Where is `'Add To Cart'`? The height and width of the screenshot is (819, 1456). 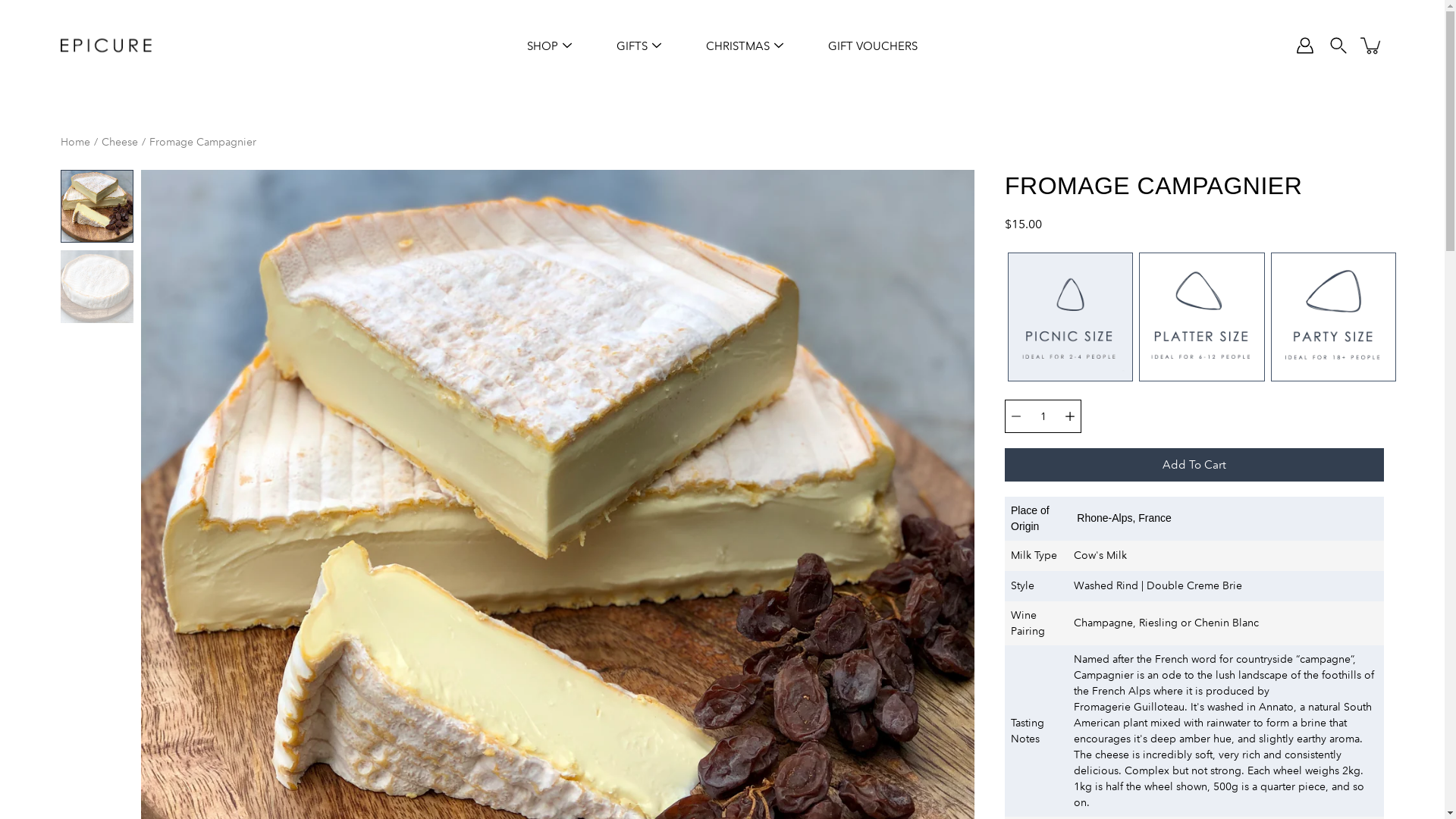 'Add To Cart' is located at coordinates (1193, 464).